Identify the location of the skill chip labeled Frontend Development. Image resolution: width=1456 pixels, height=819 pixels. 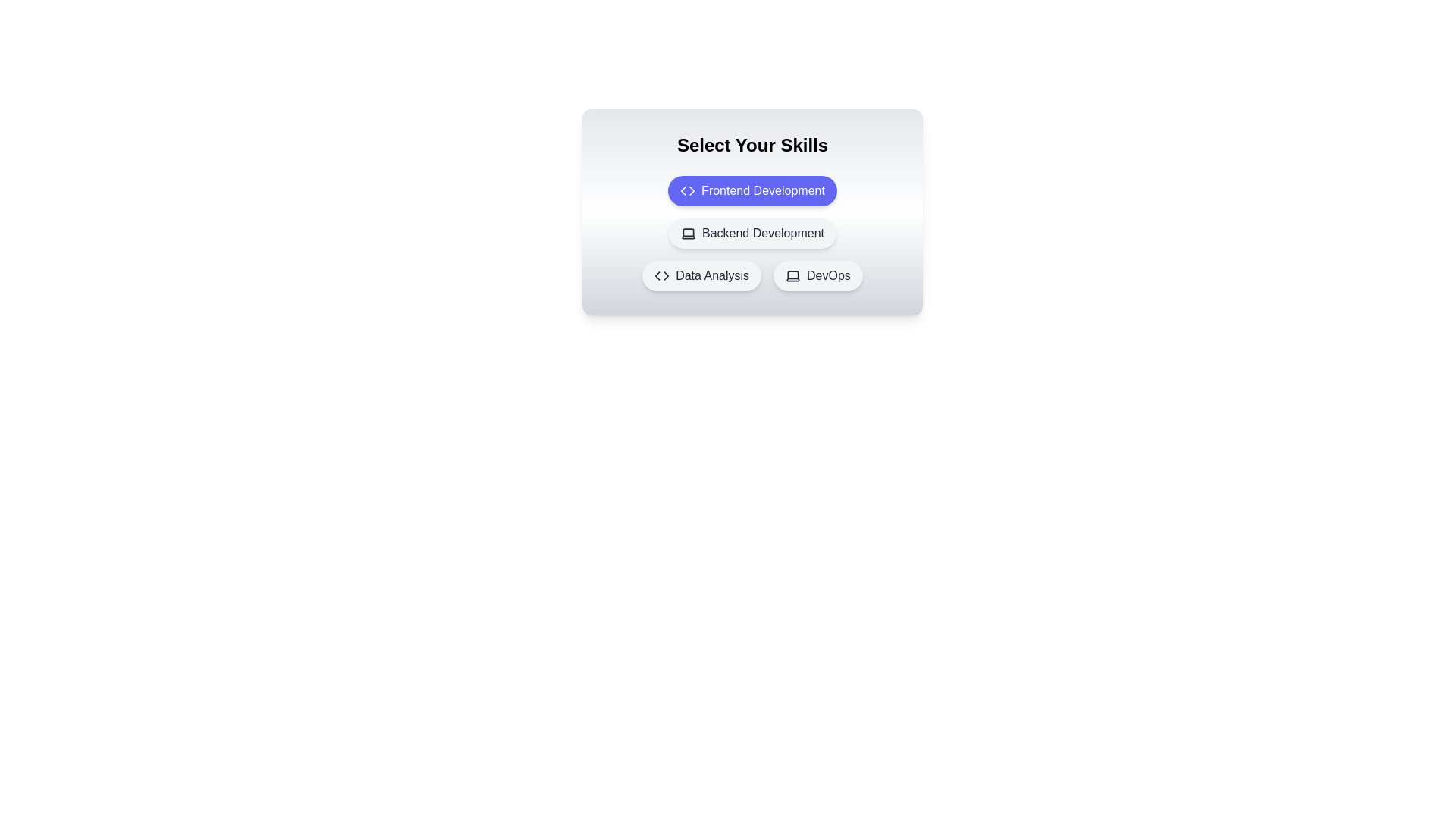
(752, 190).